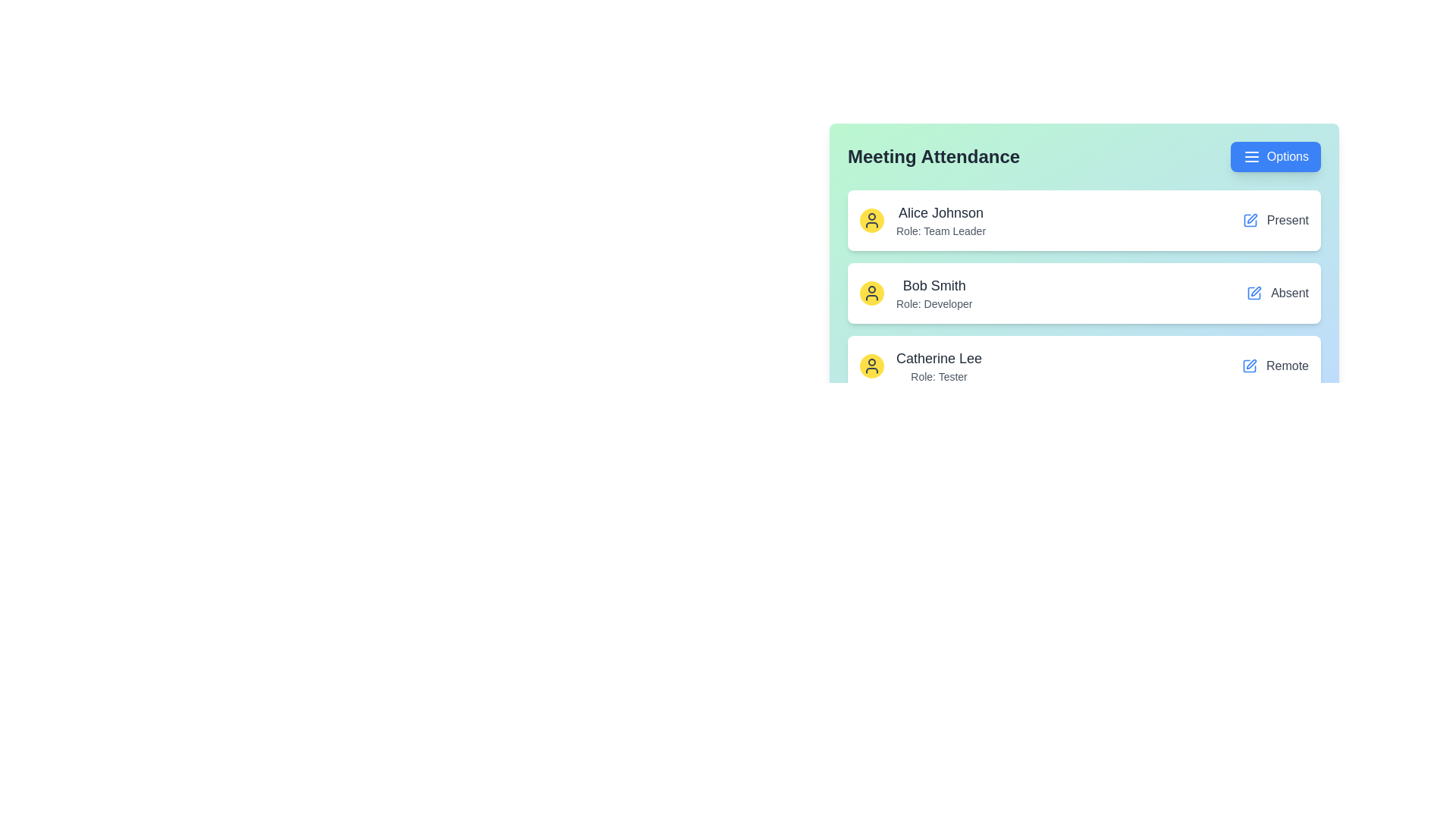 Image resolution: width=1456 pixels, height=819 pixels. Describe the element at coordinates (920, 366) in the screenshot. I see `the Informational row containing the user icon and the text 'Catherine Lee' and 'Role: Tester', which is the third item in the 'Meeting Attendance' list` at that location.